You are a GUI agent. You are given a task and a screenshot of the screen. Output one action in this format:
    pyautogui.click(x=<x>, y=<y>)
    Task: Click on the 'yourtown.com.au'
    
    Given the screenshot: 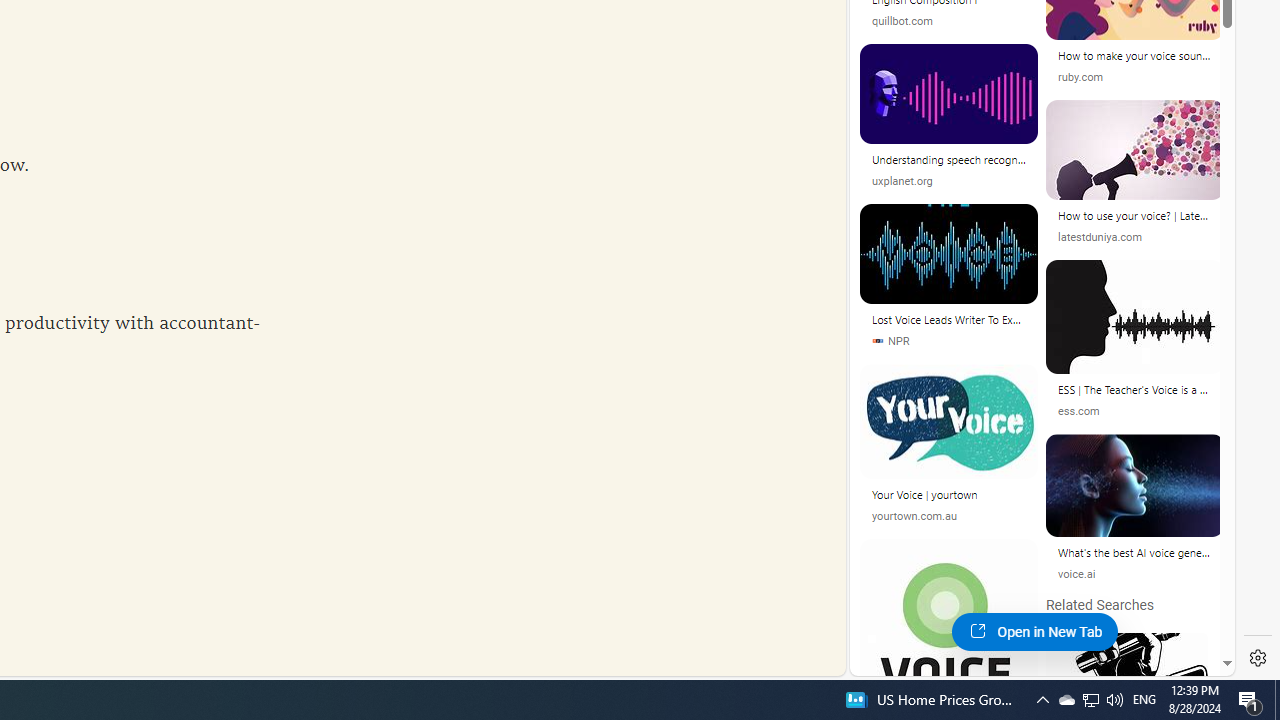 What is the action you would take?
    pyautogui.click(x=913, y=515)
    